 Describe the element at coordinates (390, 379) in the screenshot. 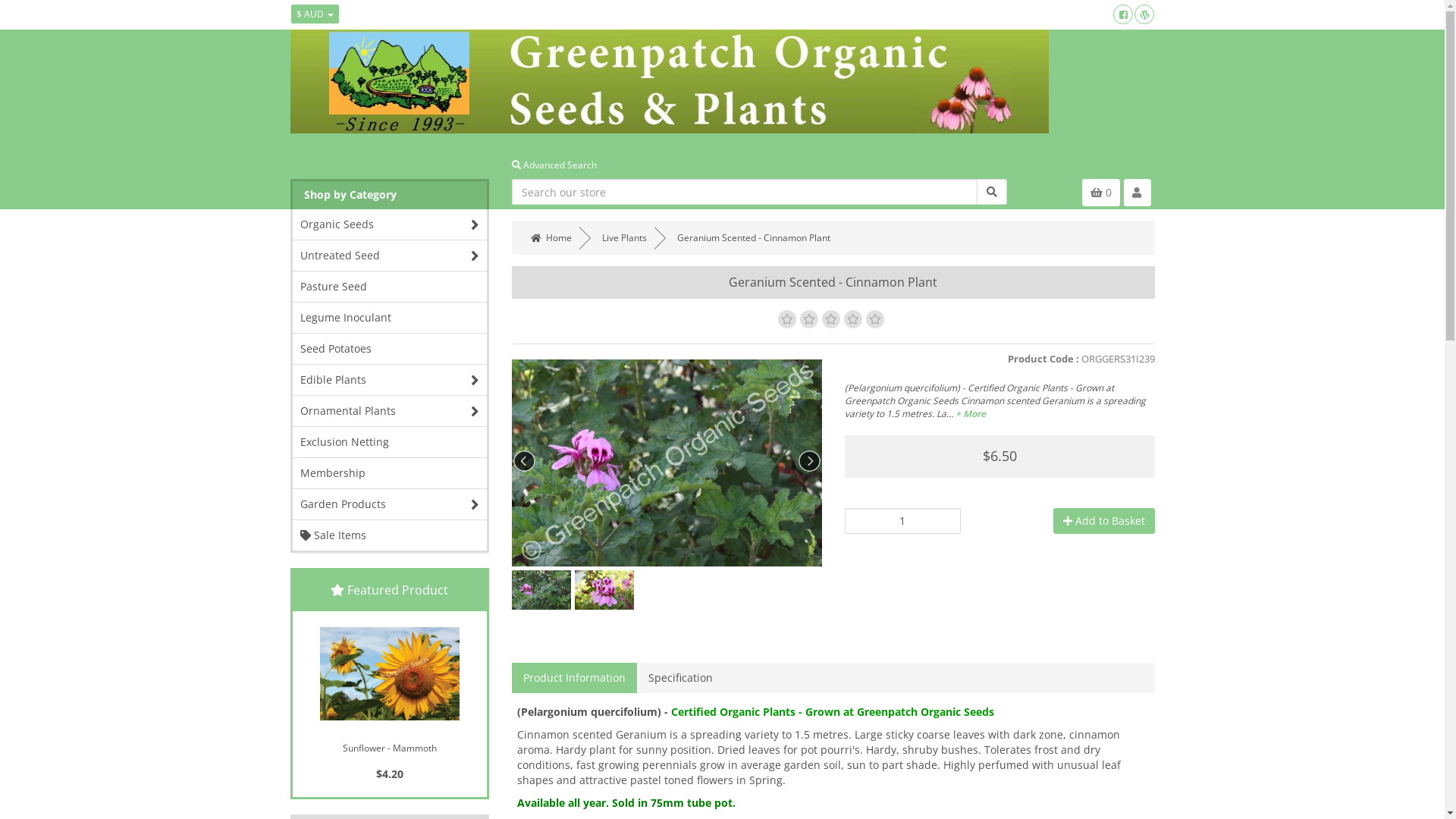

I see `'Edible Plants'` at that location.